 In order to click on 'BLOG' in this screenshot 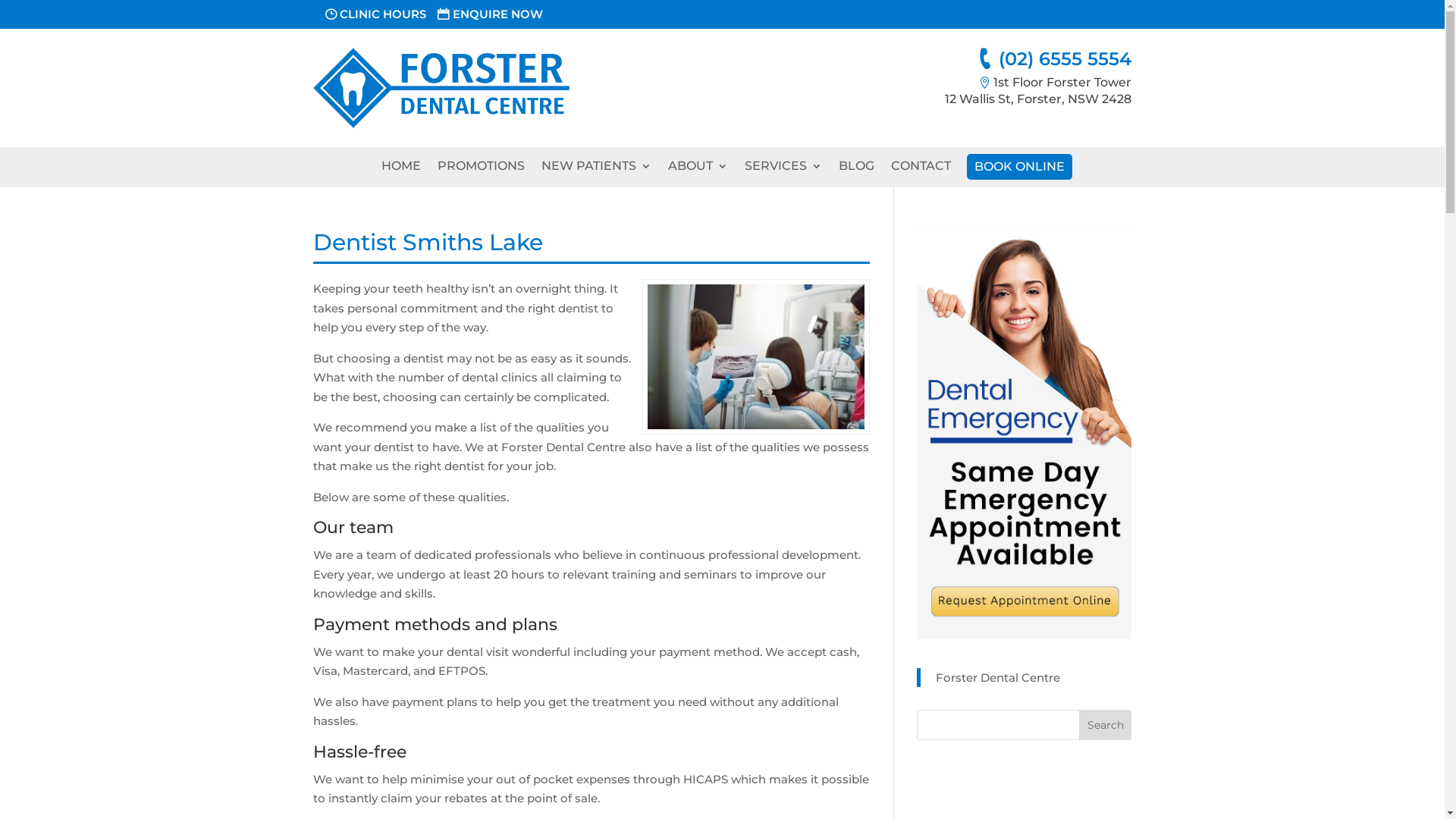, I will do `click(856, 170)`.